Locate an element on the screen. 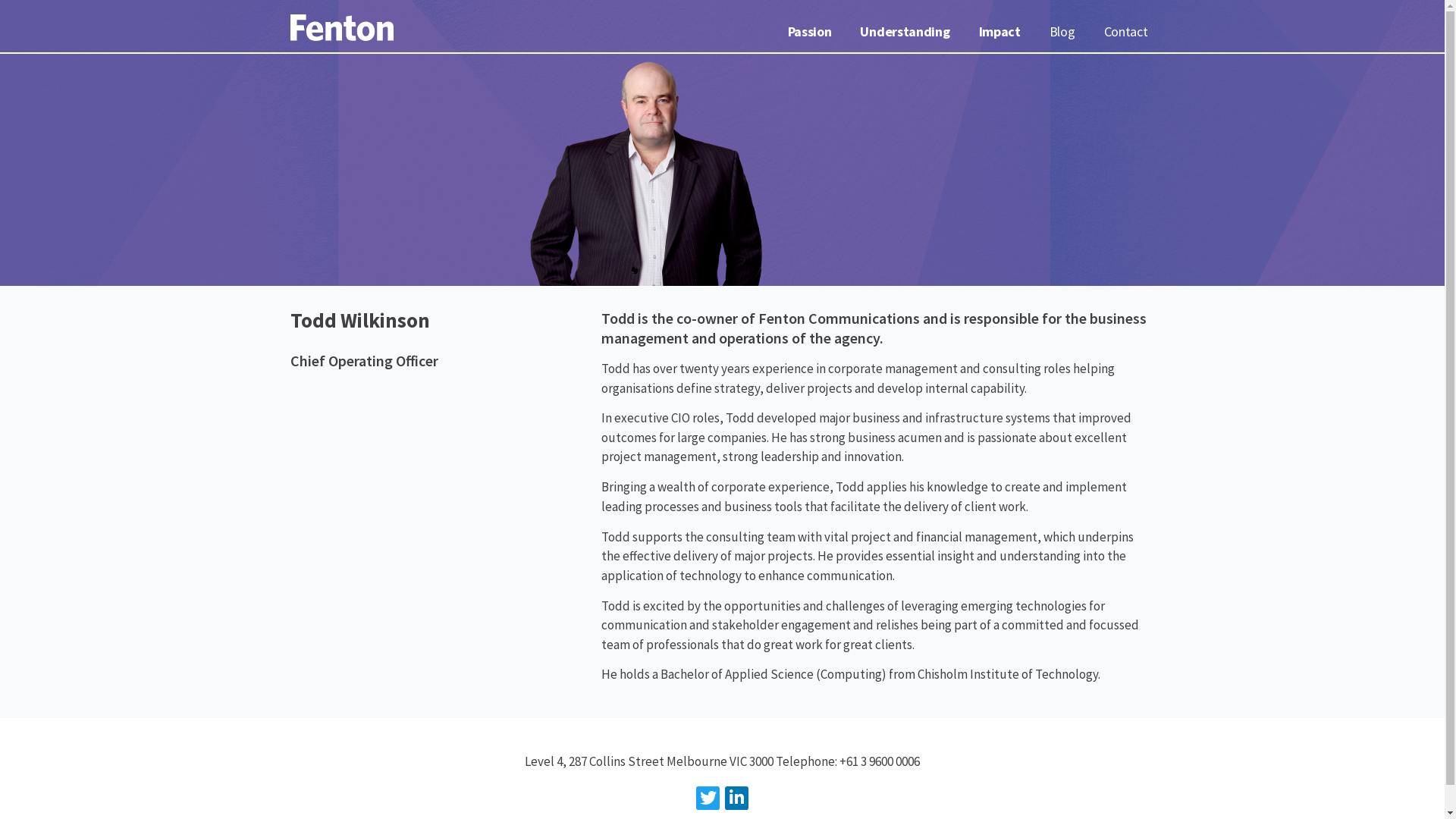 The image size is (1456, 819). 'Impact' is located at coordinates (999, 32).